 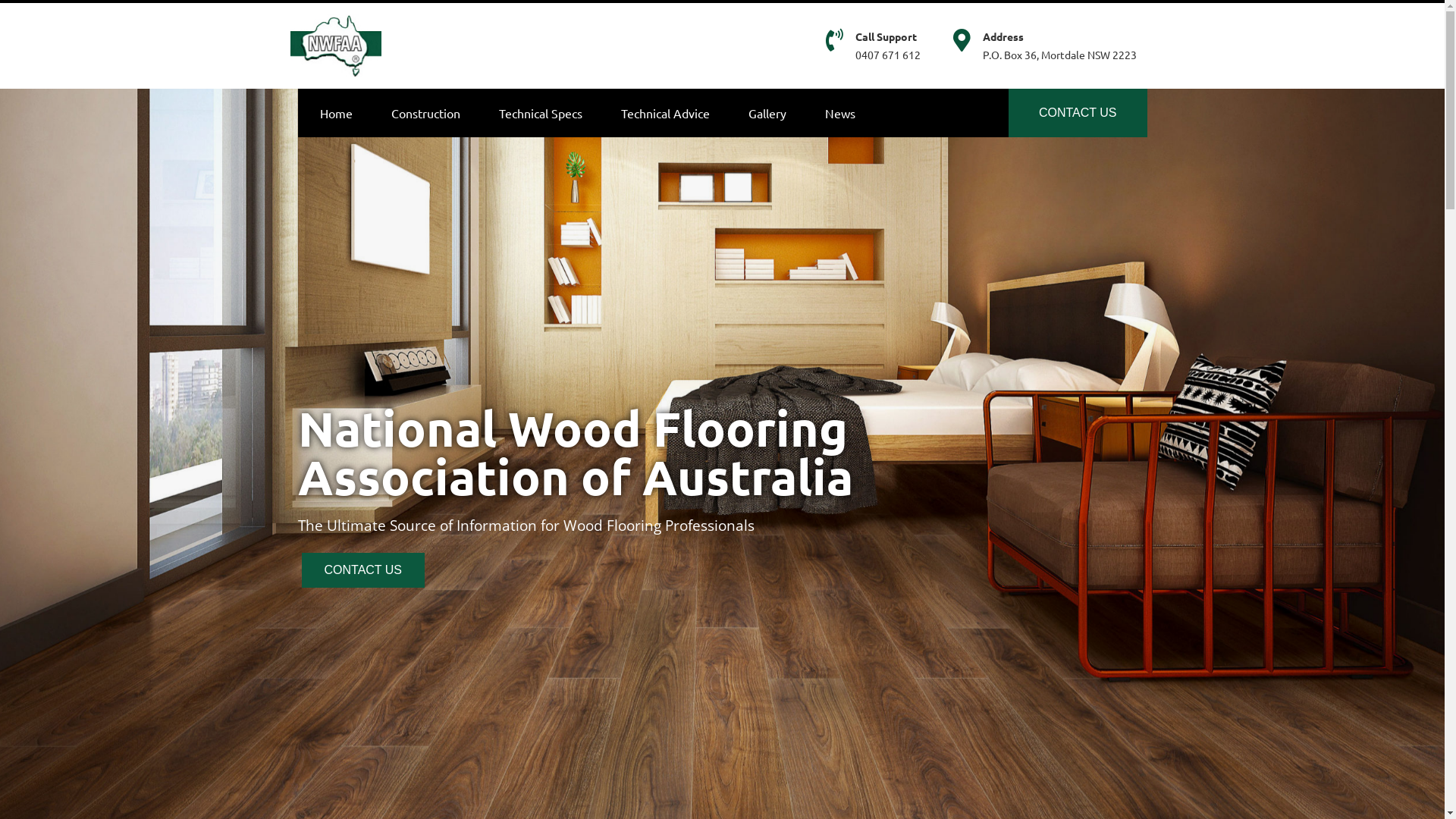 I want to click on 'Home', so click(x=304, y=111).